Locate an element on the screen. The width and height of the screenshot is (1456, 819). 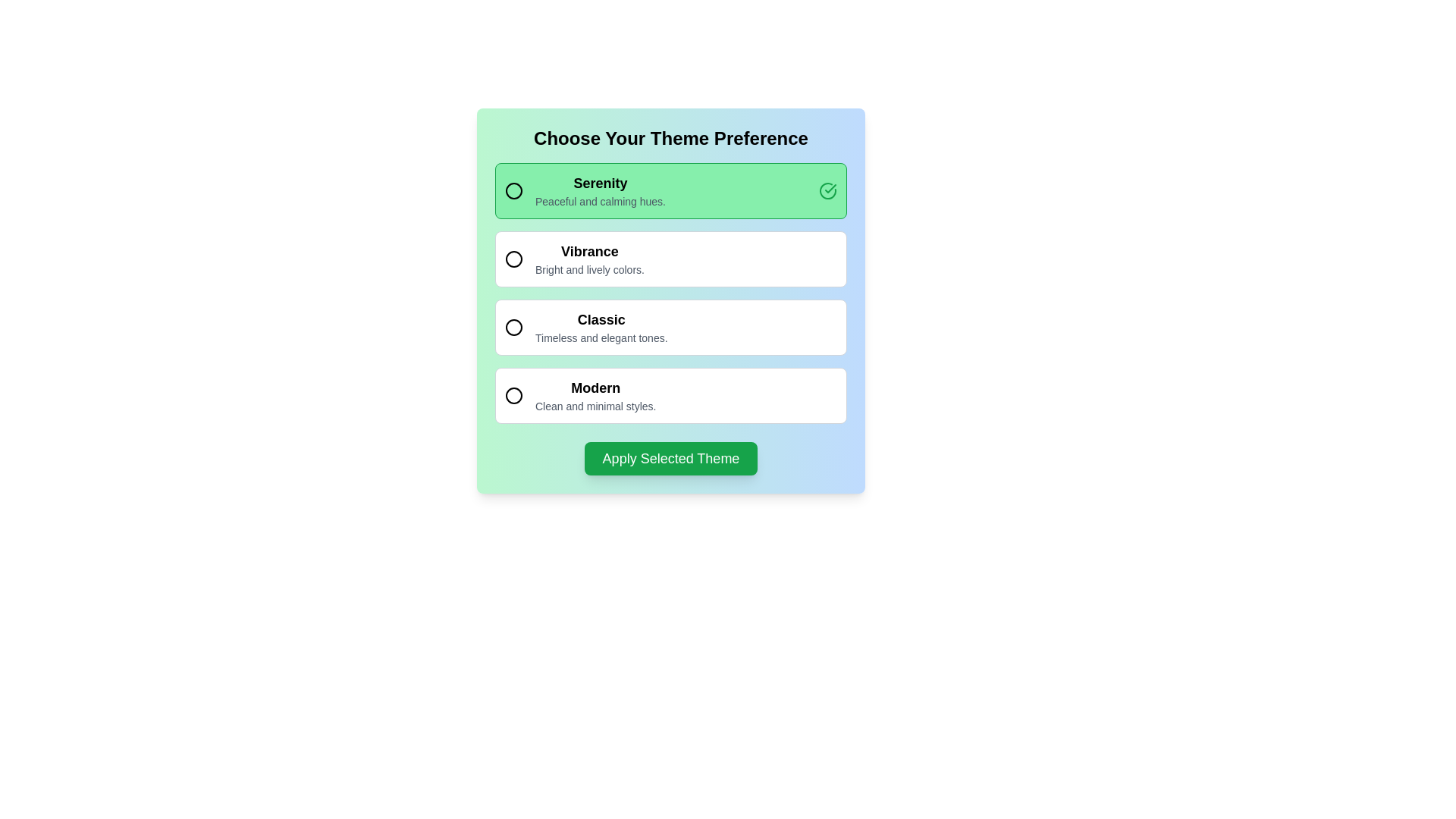
the text label reading 'Timeless and elegant tones.' located beneath the 'Classic' title in the theme selection options is located at coordinates (601, 337).